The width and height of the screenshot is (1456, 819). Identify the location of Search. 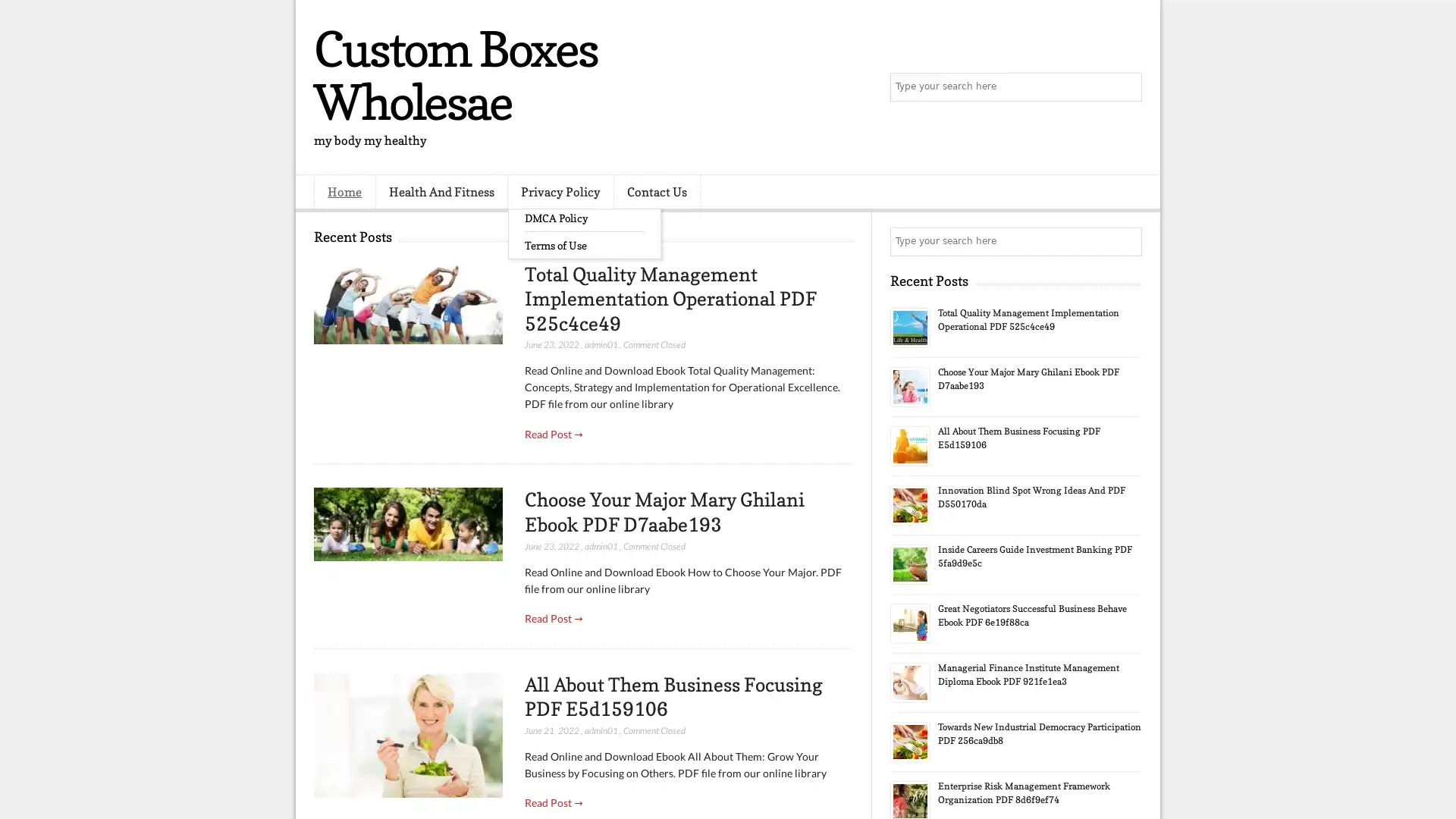
(1126, 87).